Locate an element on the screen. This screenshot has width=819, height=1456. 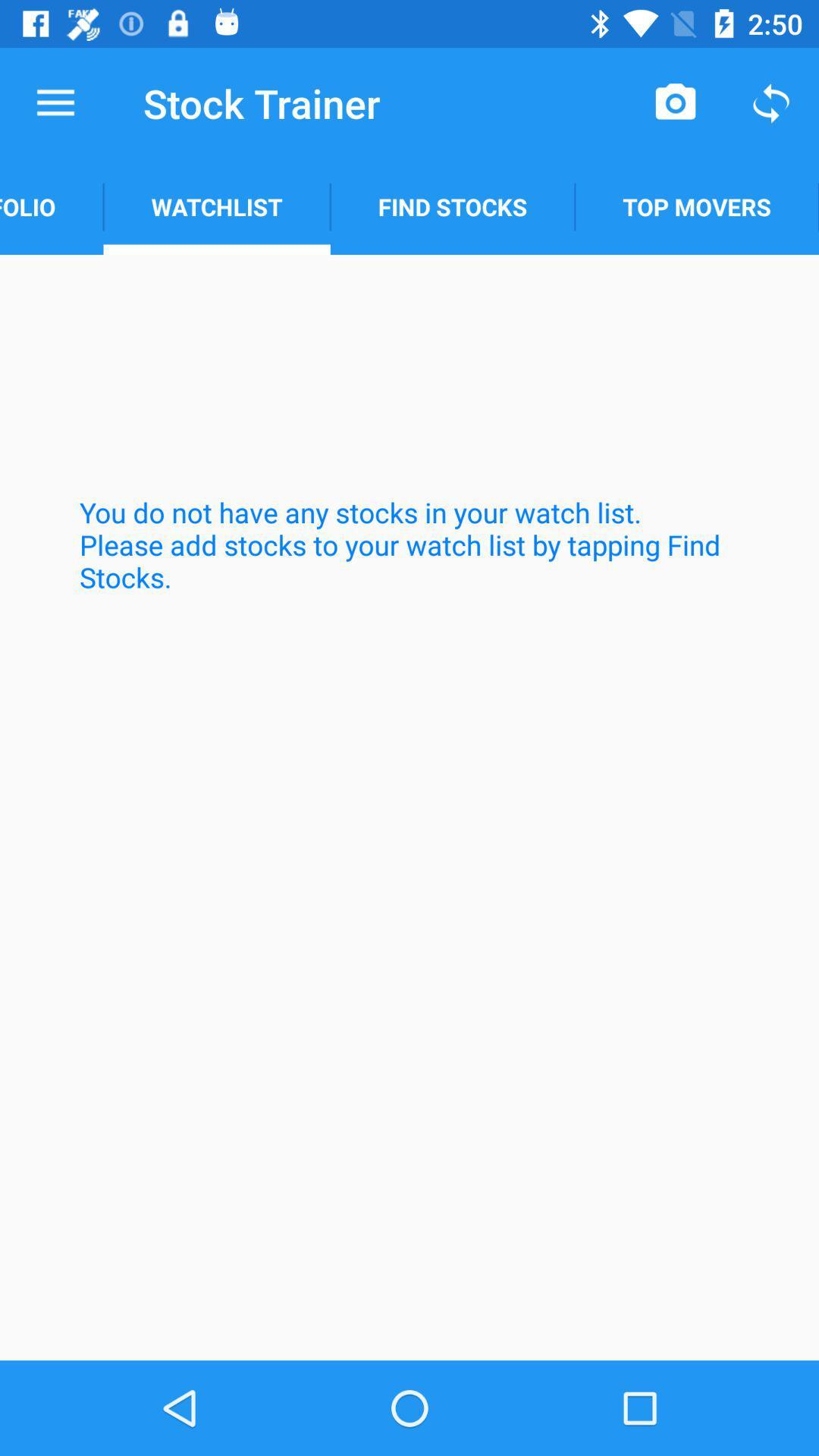
icon above the top movers is located at coordinates (675, 102).